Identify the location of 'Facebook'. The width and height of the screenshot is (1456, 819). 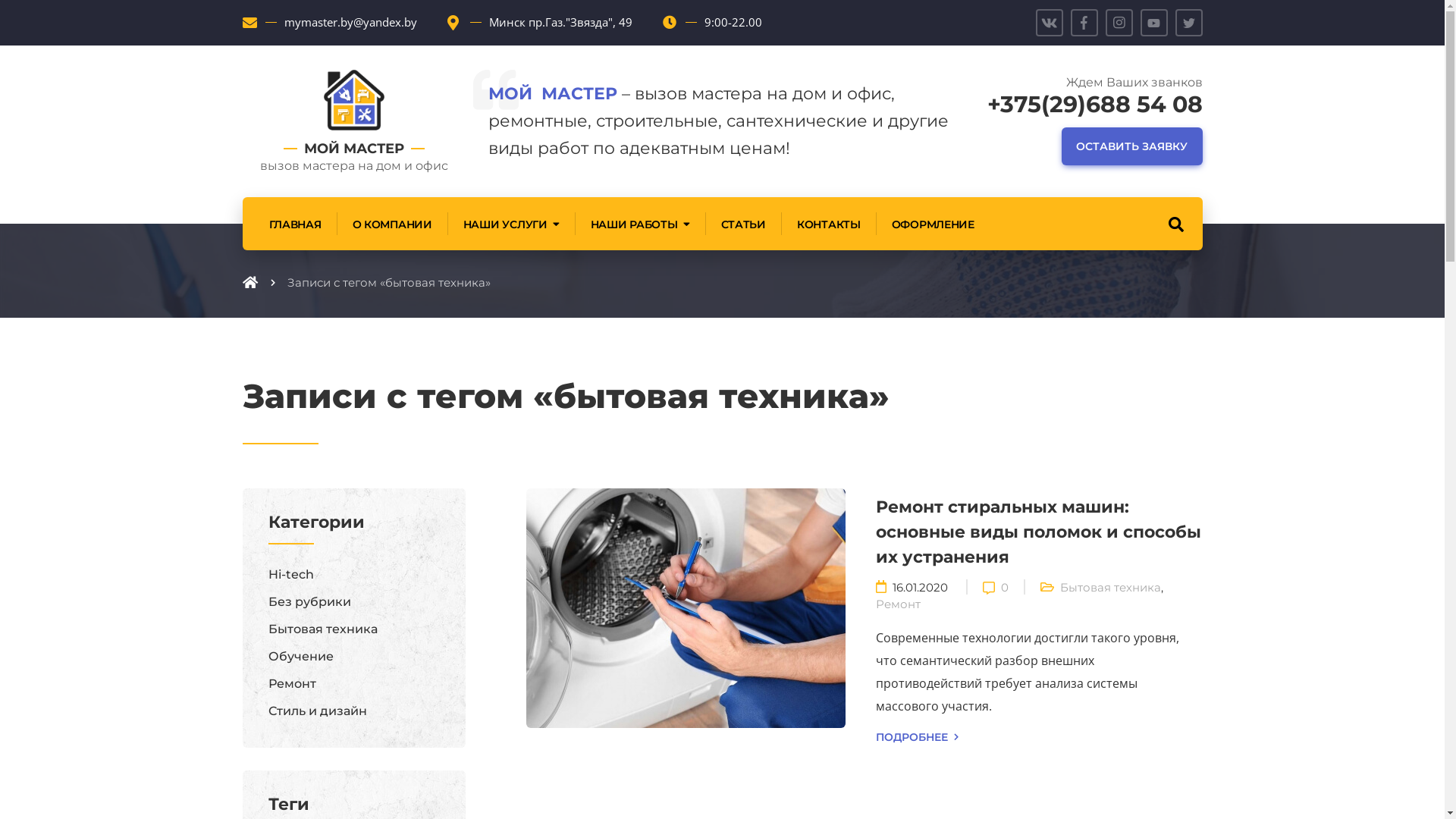
(1084, 23).